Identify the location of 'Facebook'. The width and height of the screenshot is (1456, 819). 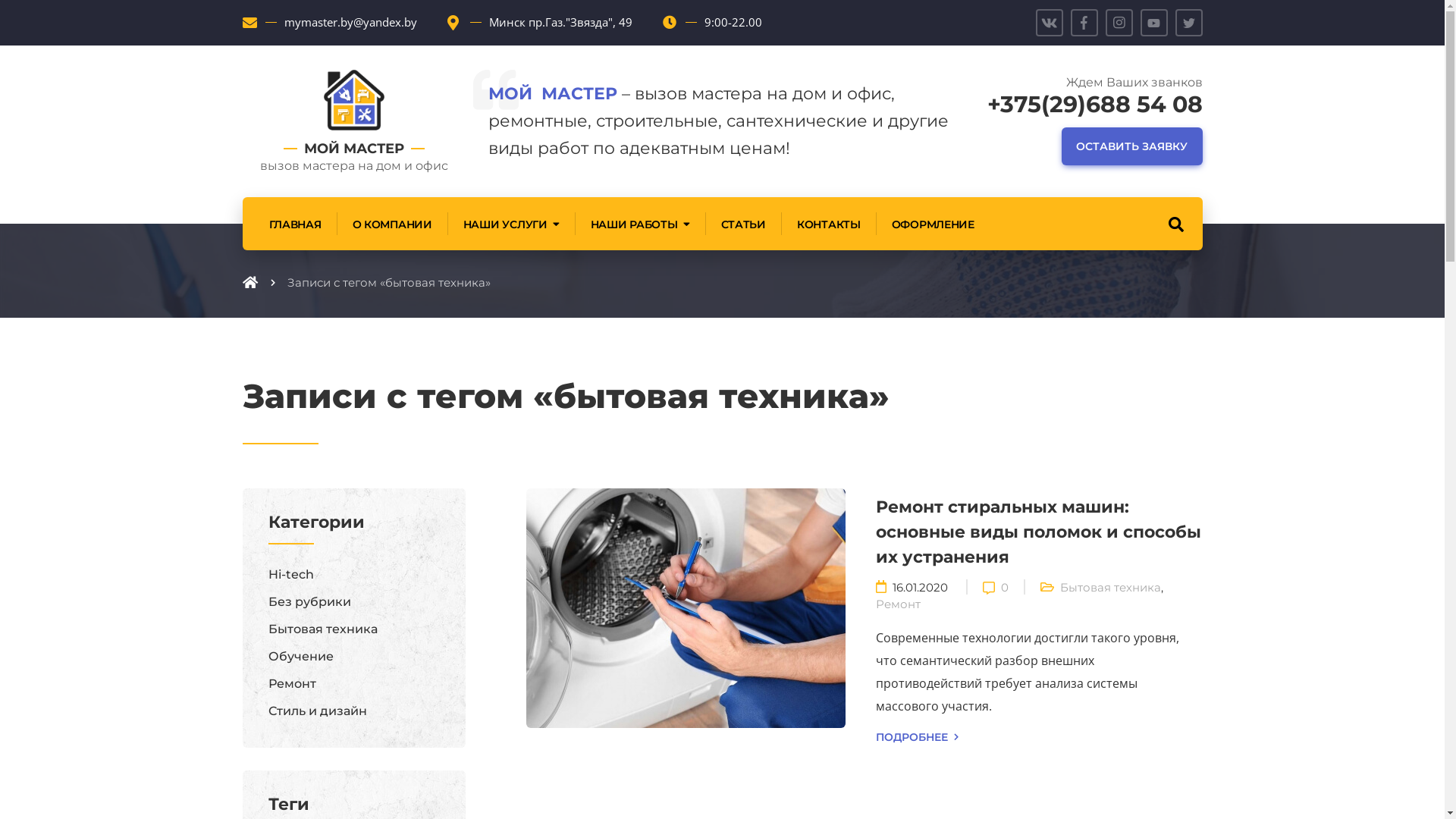
(1084, 23).